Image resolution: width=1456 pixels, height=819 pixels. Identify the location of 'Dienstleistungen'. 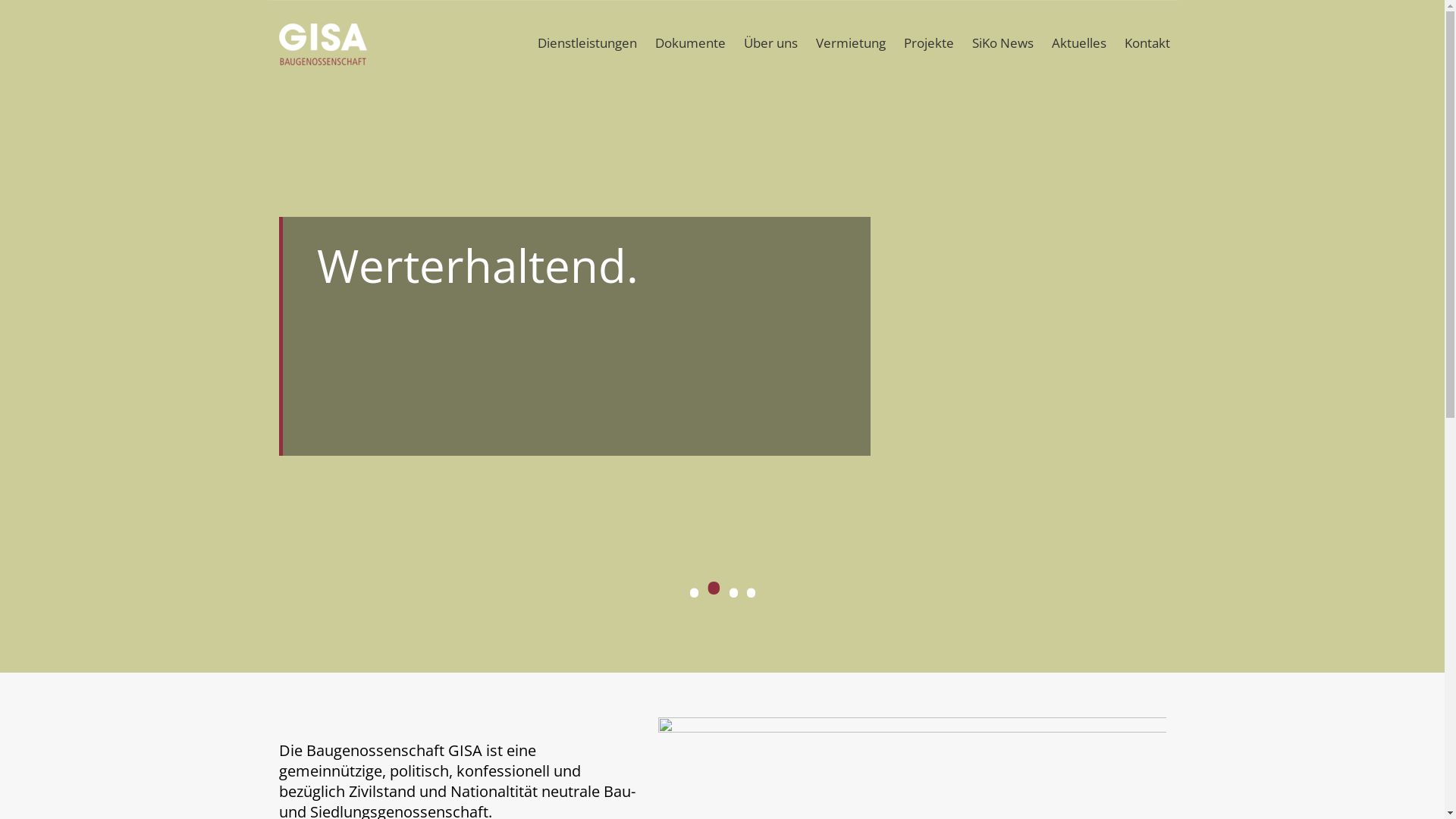
(529, 42).